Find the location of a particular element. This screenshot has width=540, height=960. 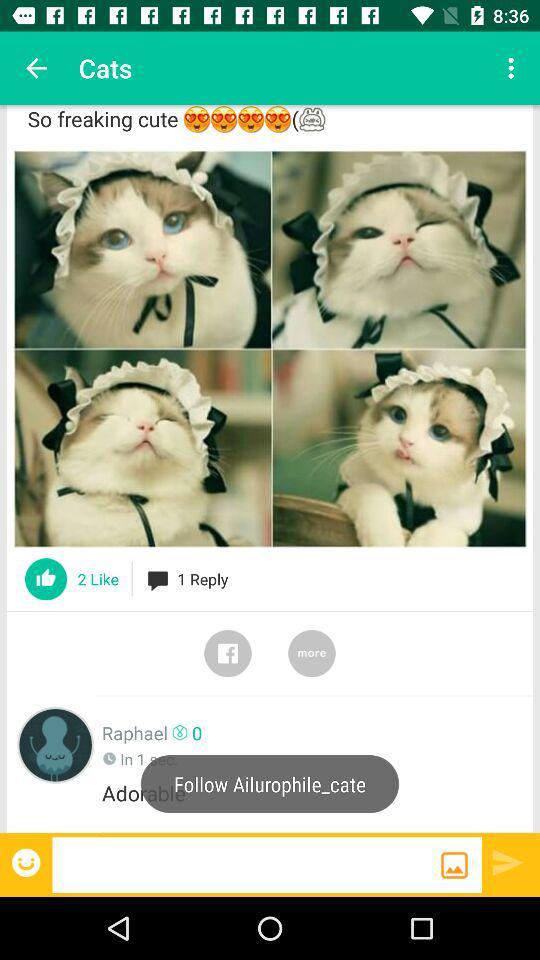

more content is located at coordinates (312, 652).